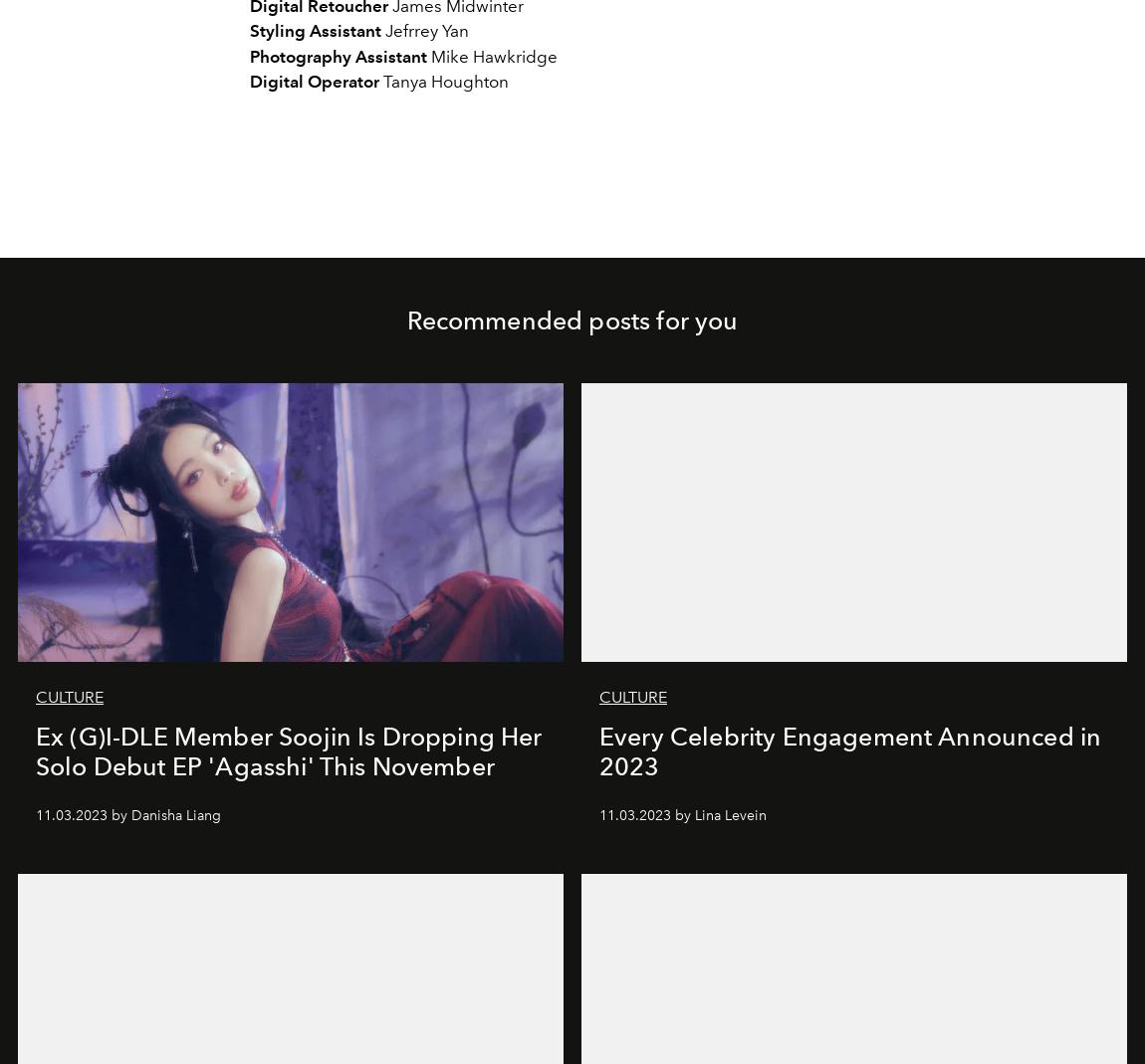 The width and height of the screenshot is (1145, 1064). Describe the element at coordinates (598, 751) in the screenshot. I see `'Every Celebrity Engagement Announced in 2023'` at that location.